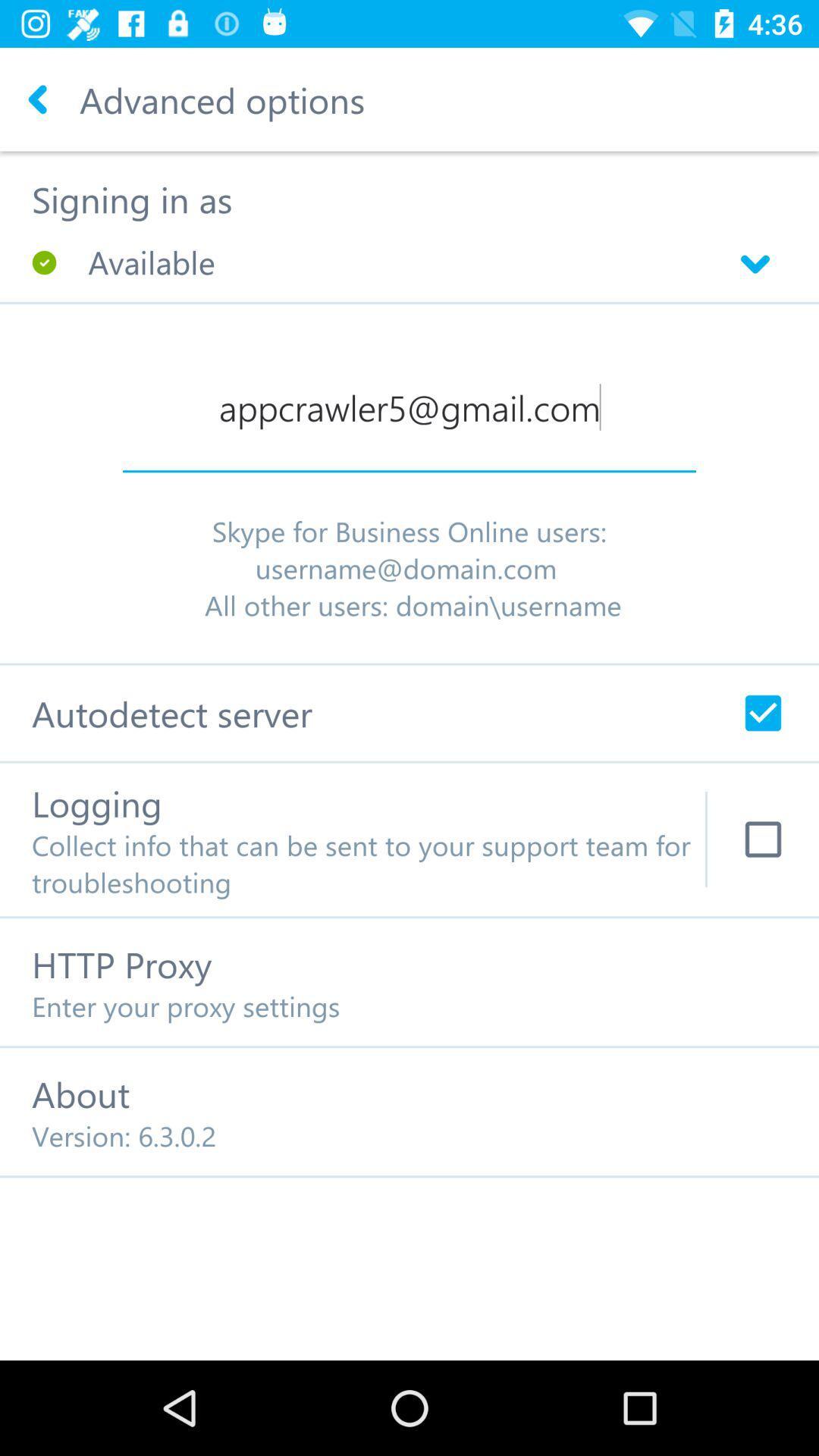 This screenshot has height=1456, width=819. What do you see at coordinates (763, 839) in the screenshot?
I see `check mark logging` at bounding box center [763, 839].